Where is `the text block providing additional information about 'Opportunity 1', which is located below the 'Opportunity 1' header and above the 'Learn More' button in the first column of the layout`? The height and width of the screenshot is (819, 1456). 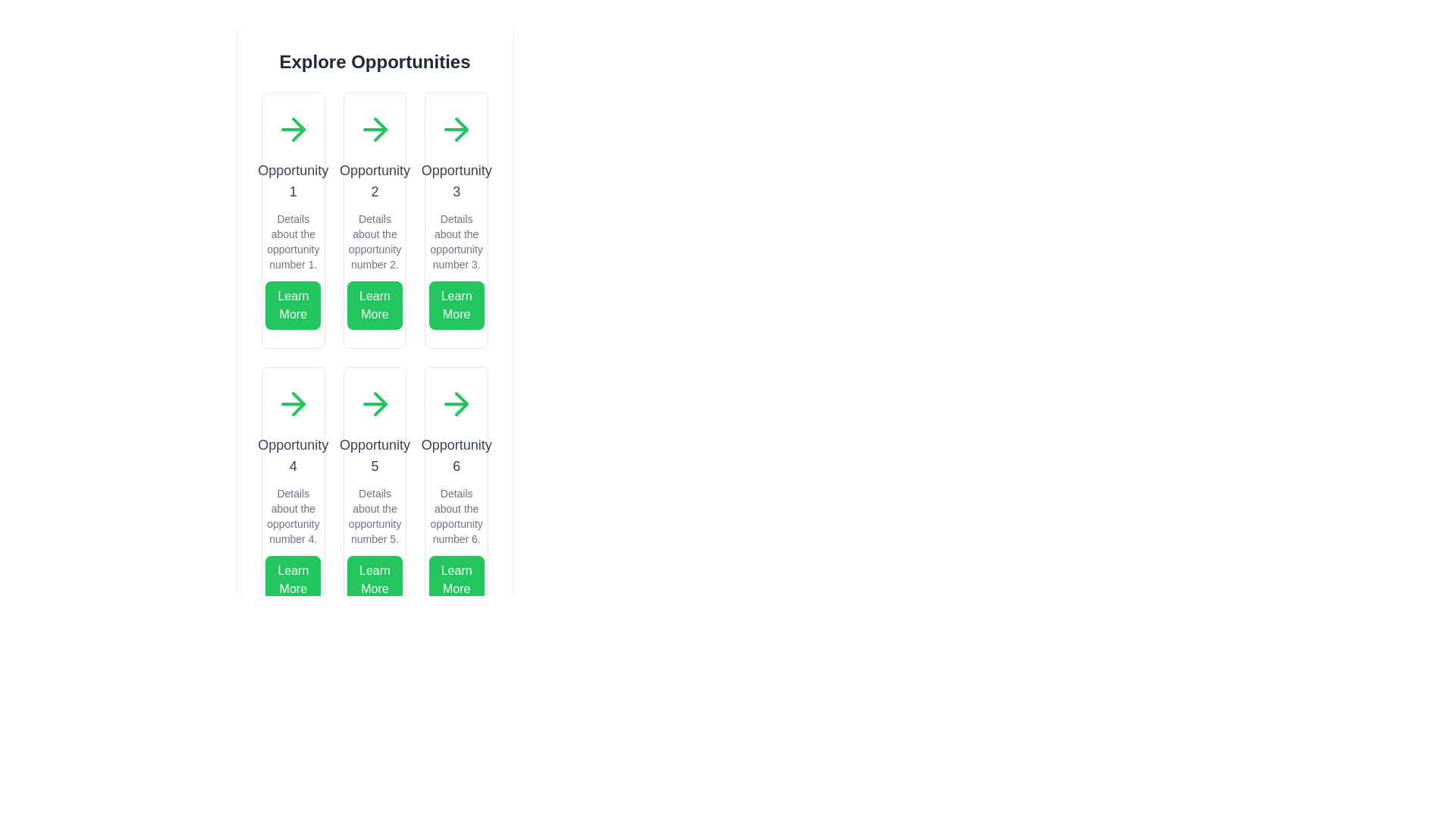 the text block providing additional information about 'Opportunity 1', which is located below the 'Opportunity 1' header and above the 'Learn More' button in the first column of the layout is located at coordinates (293, 241).